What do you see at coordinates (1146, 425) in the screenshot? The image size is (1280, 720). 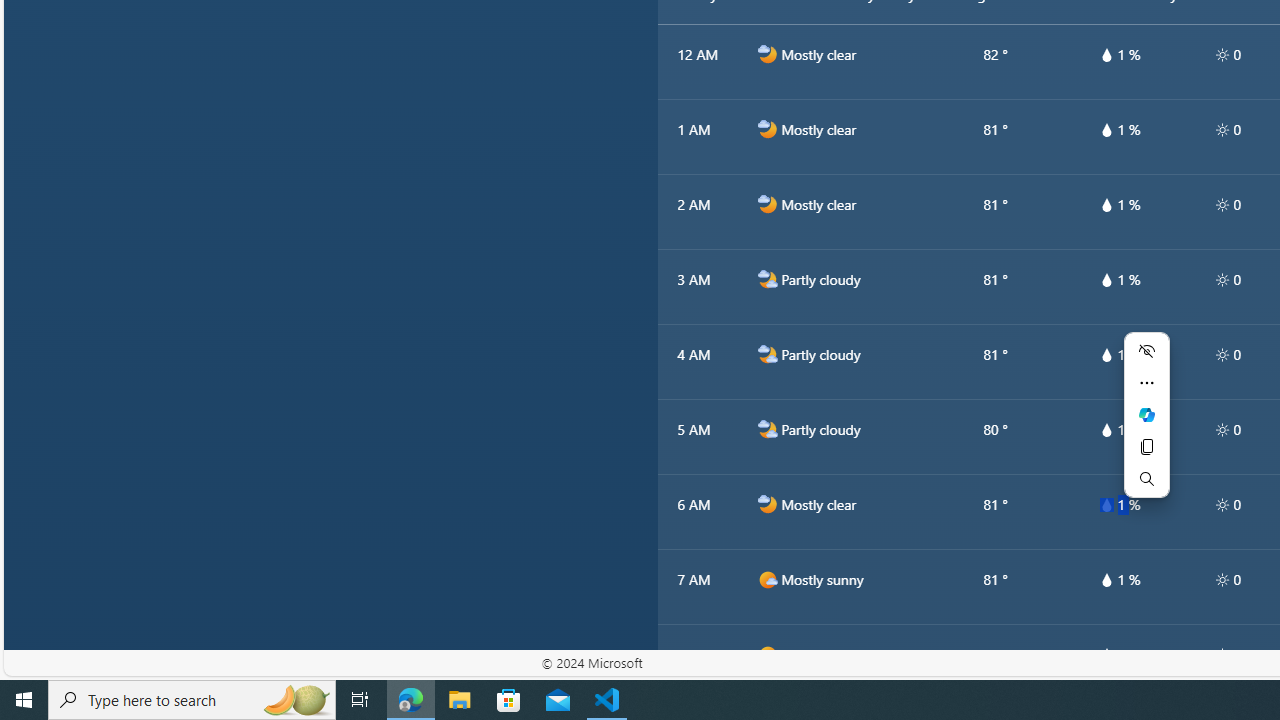 I see `'Mini menu on text selection'` at bounding box center [1146, 425].